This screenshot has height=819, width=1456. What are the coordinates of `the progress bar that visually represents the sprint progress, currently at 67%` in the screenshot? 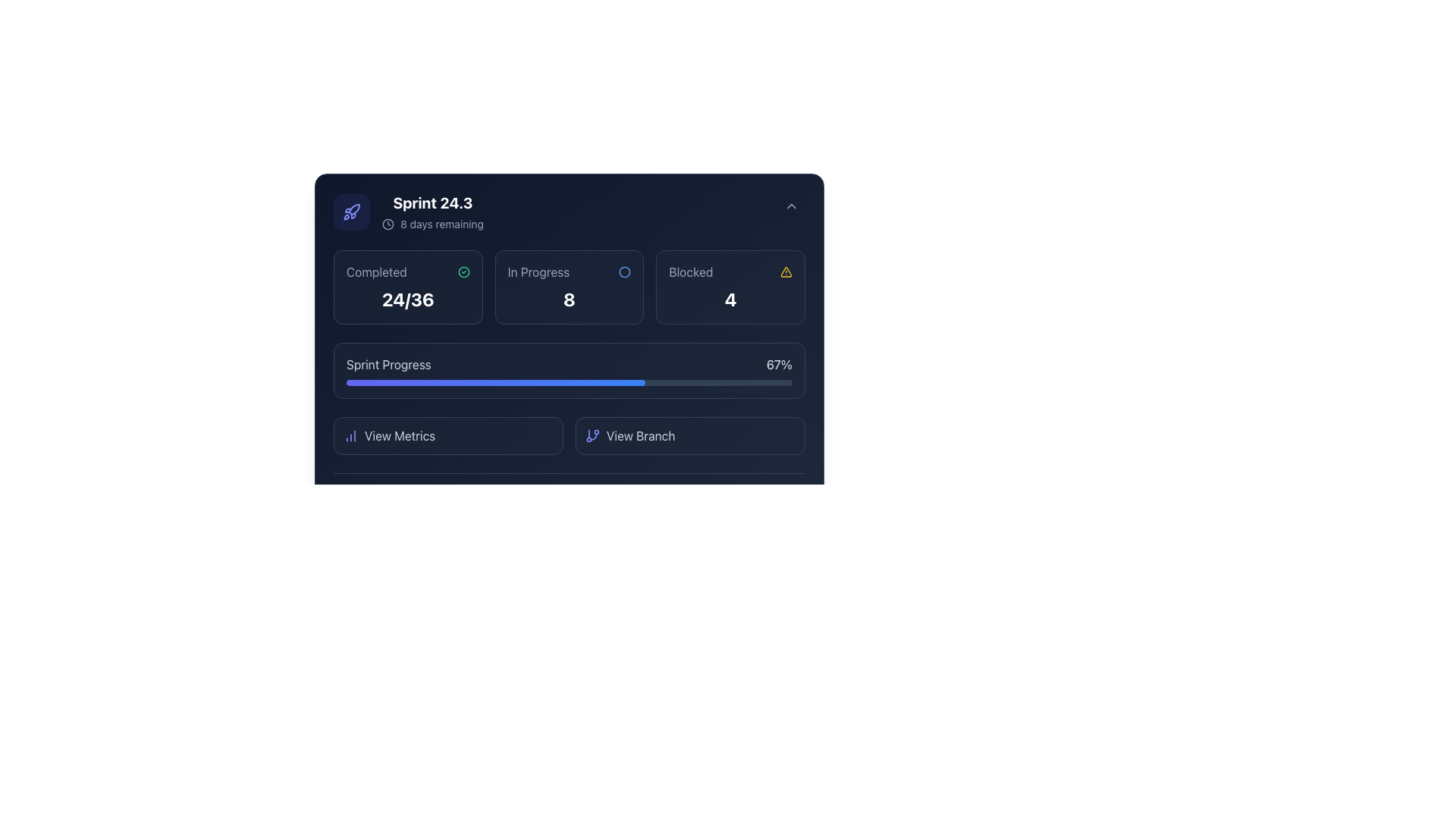 It's located at (568, 371).